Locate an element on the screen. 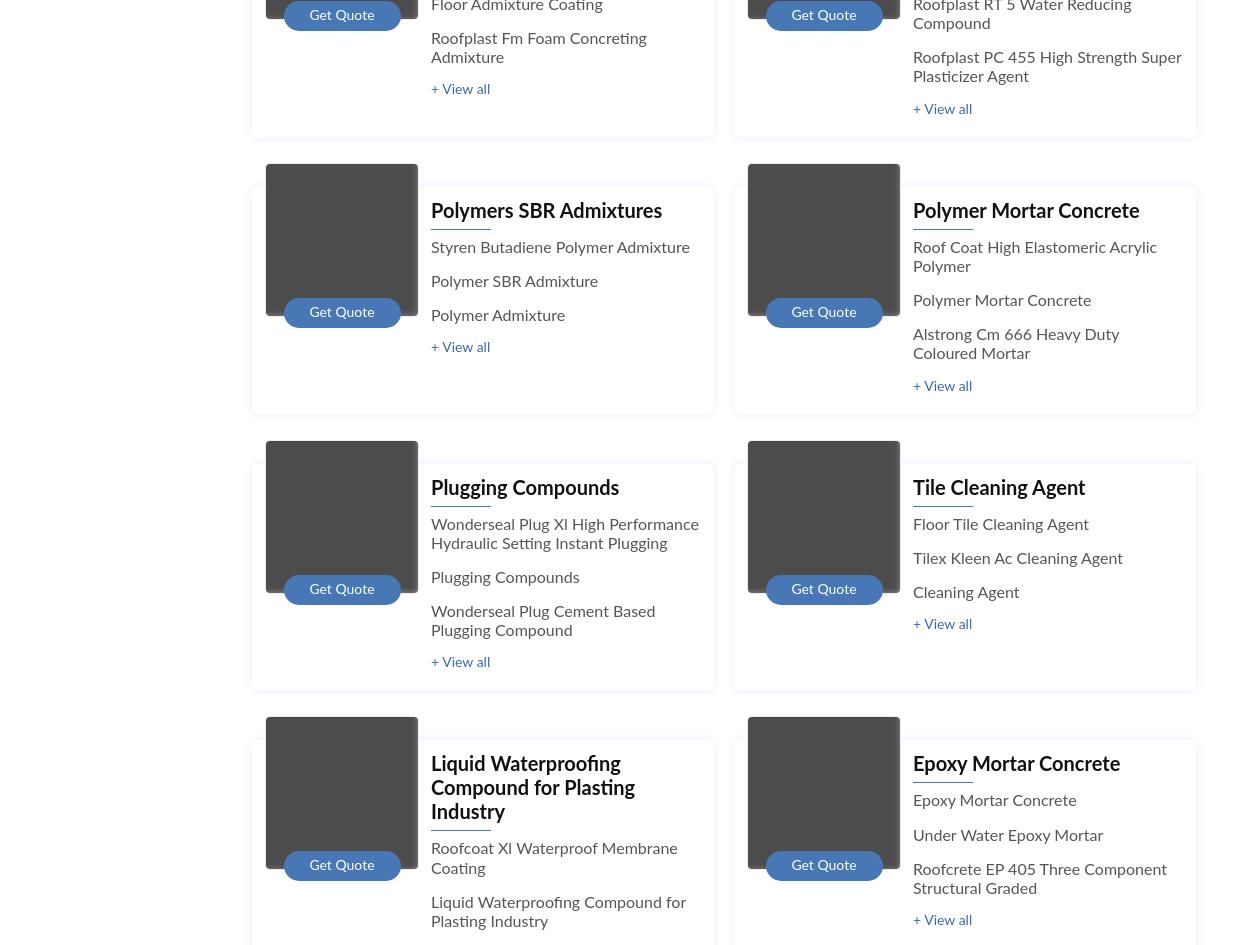 The width and height of the screenshot is (1250, 945). 'Wonderseal Plug Xl High Performance Hydraulic Setting Instant Plugging' is located at coordinates (563, 532).